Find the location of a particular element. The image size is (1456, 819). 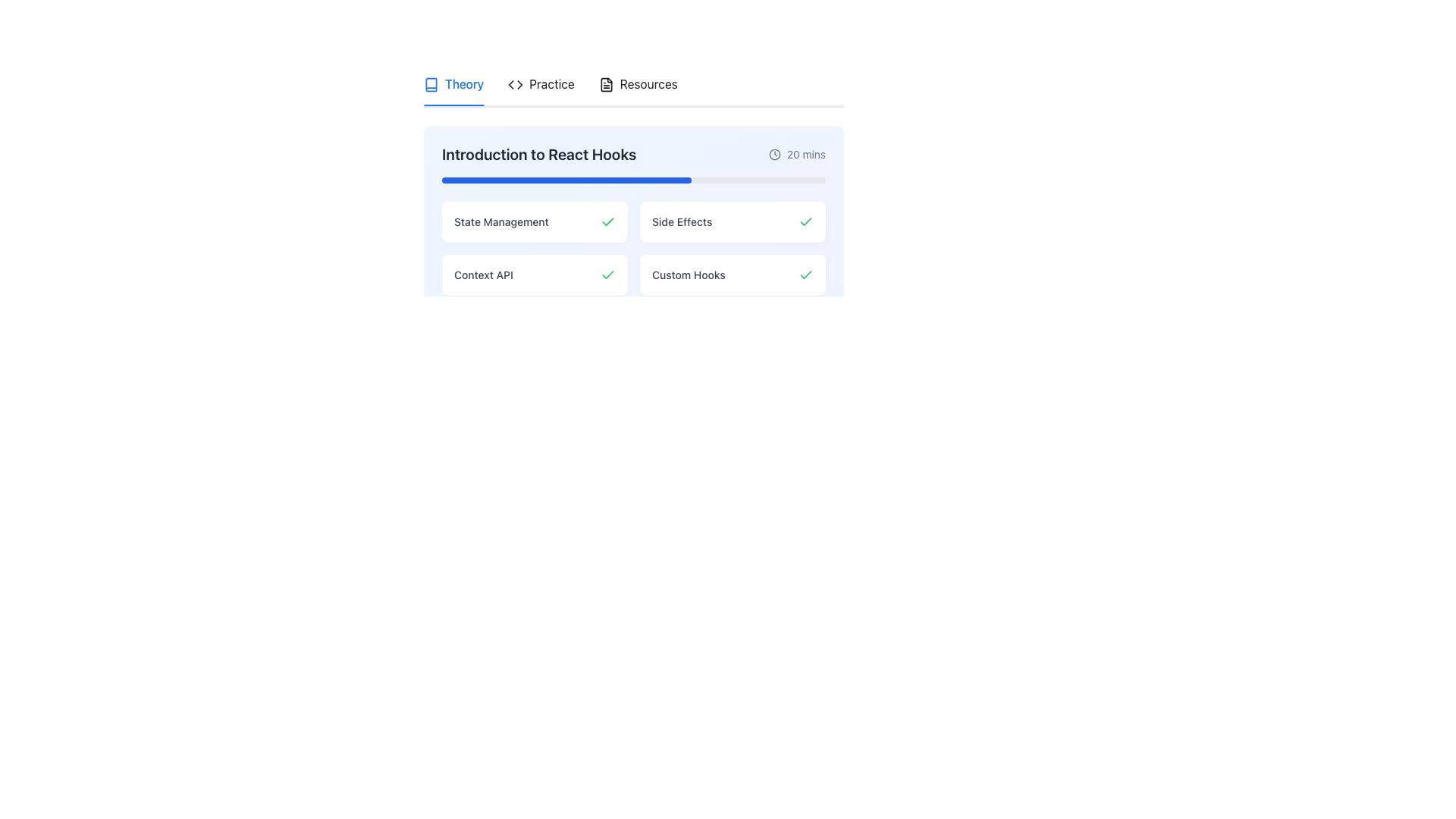

the 'Practice' text label in the navigation bar, located between 'Theory' and 'Resources' is located at coordinates (551, 84).